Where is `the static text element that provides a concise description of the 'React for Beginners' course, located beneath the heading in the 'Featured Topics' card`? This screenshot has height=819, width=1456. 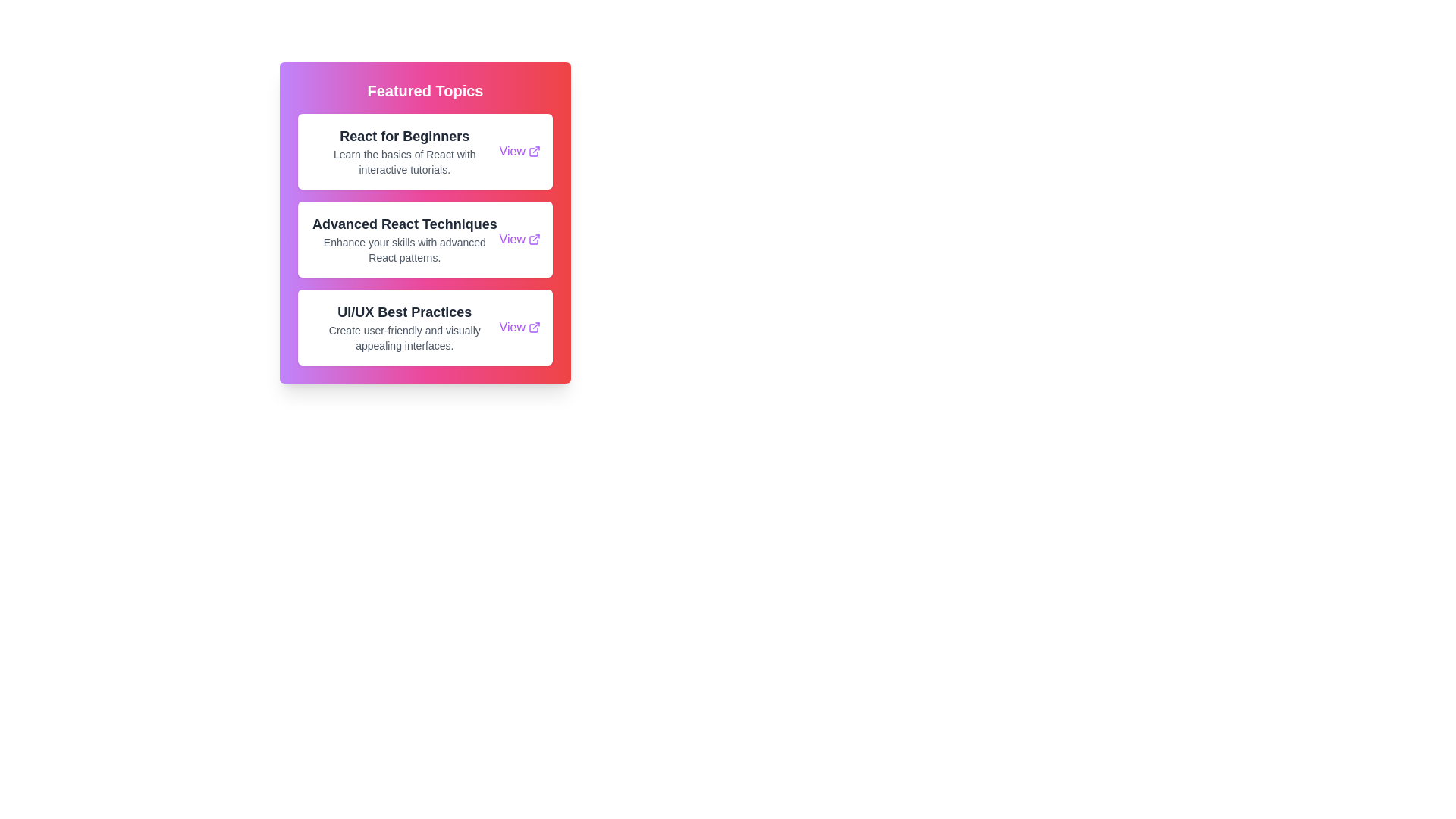 the static text element that provides a concise description of the 'React for Beginners' course, located beneath the heading in the 'Featured Topics' card is located at coordinates (404, 162).